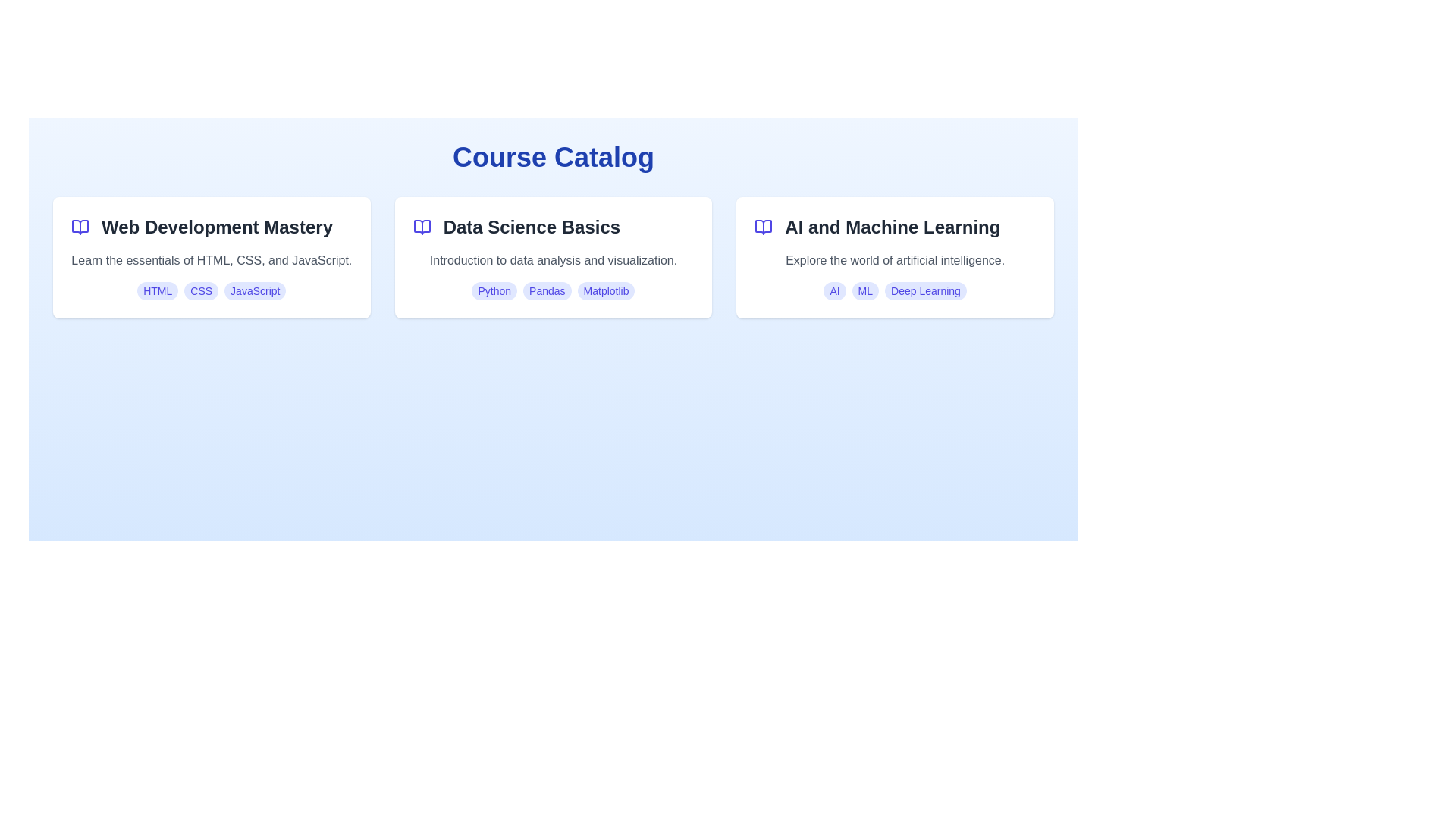 The image size is (1456, 819). I want to click on the blue book icon located in the top-left corner of the rightmost card, preceding the title 'AI and Machine Learning', so click(764, 227).